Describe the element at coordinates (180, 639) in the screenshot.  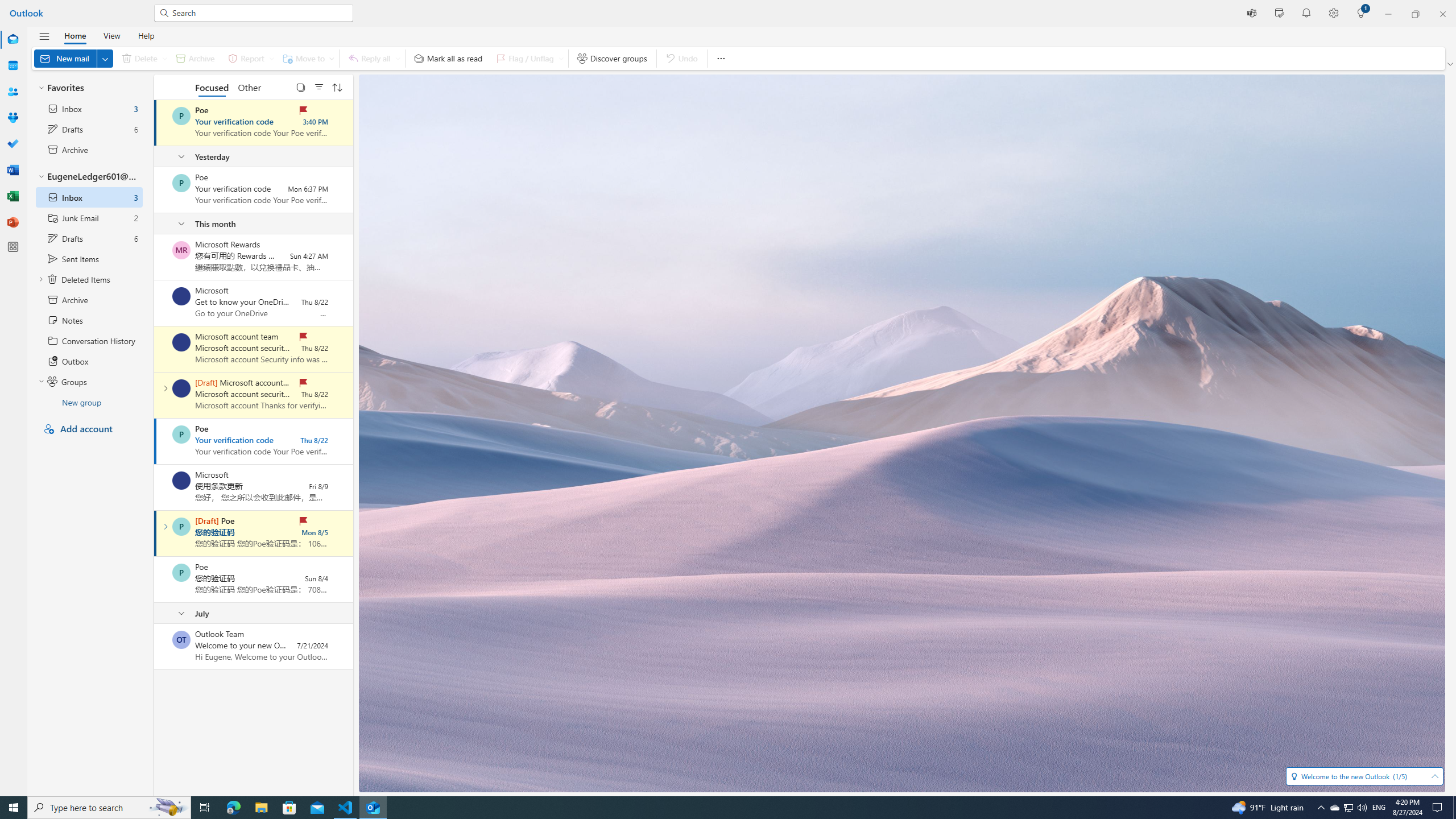
I see `'Select a conversation'` at that location.